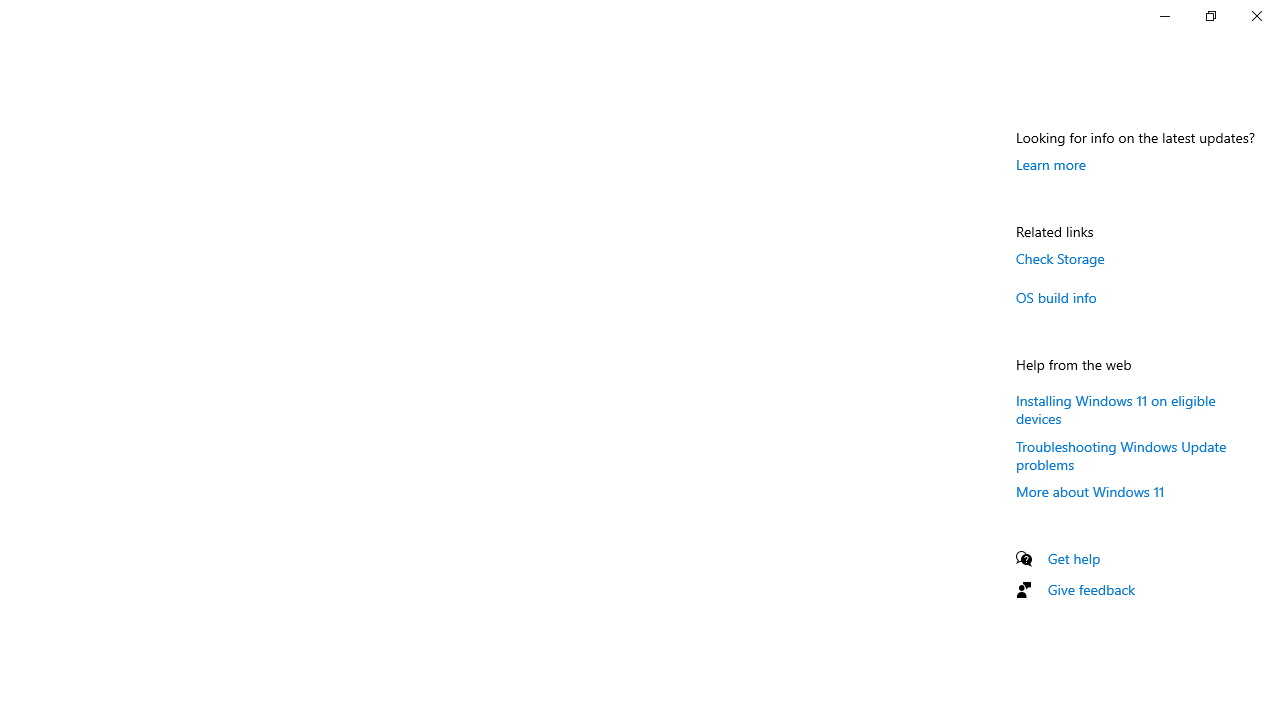 The height and width of the screenshot is (720, 1280). I want to click on 'Check Storage', so click(1059, 257).